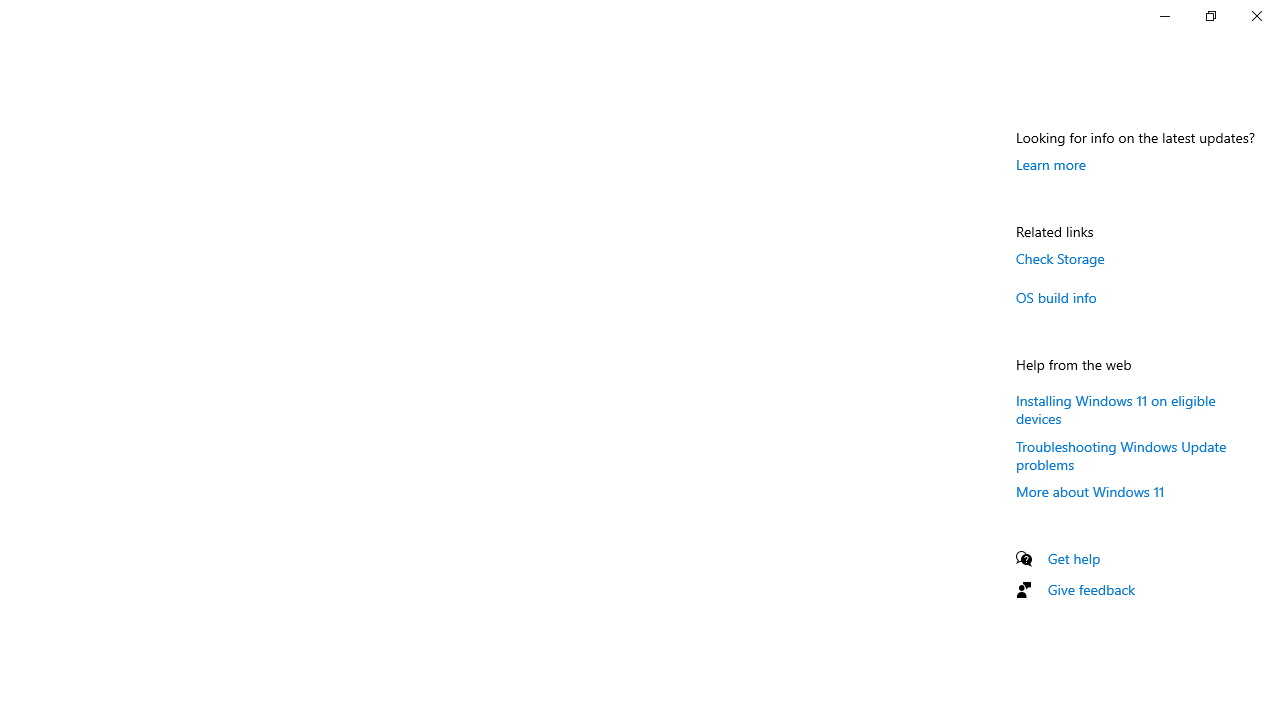 The height and width of the screenshot is (720, 1280). I want to click on 'Check Storage', so click(1059, 257).